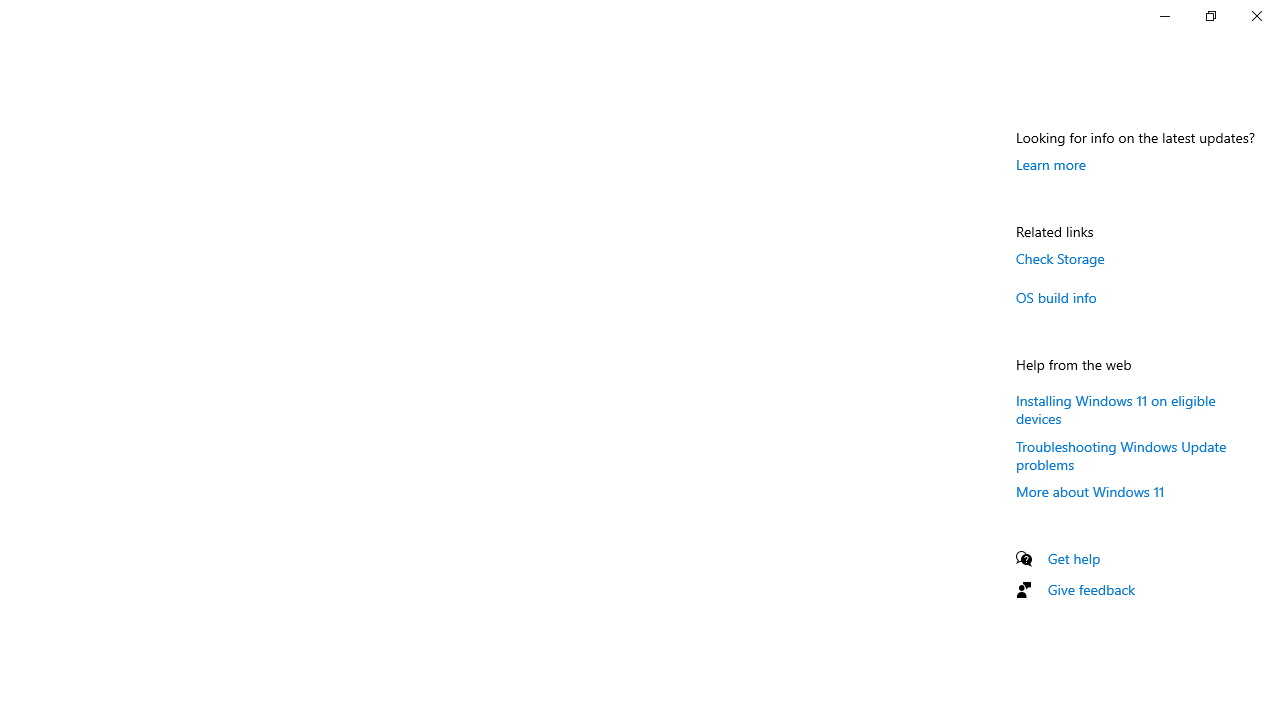 The height and width of the screenshot is (720, 1280). I want to click on 'Check Storage', so click(1059, 257).